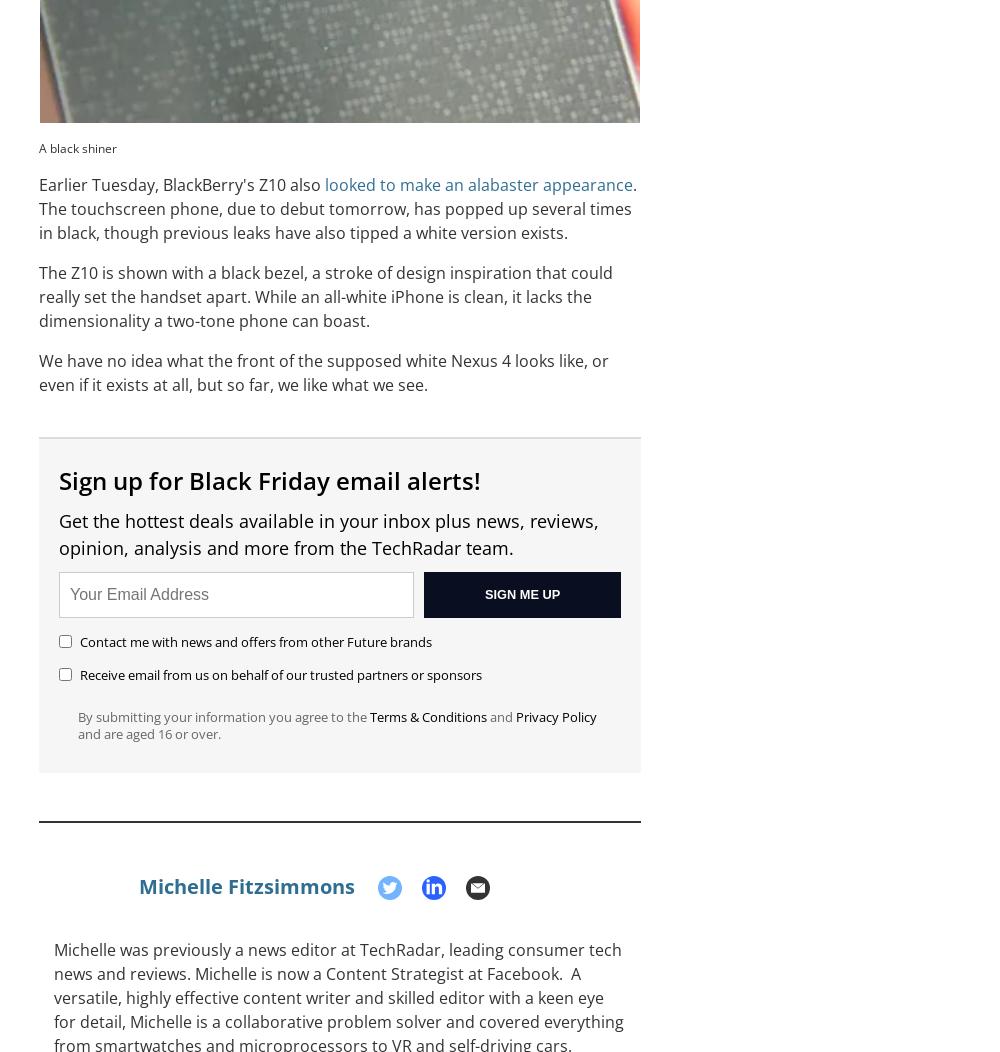 The width and height of the screenshot is (1000, 1052). What do you see at coordinates (486, 717) in the screenshot?
I see `'and'` at bounding box center [486, 717].